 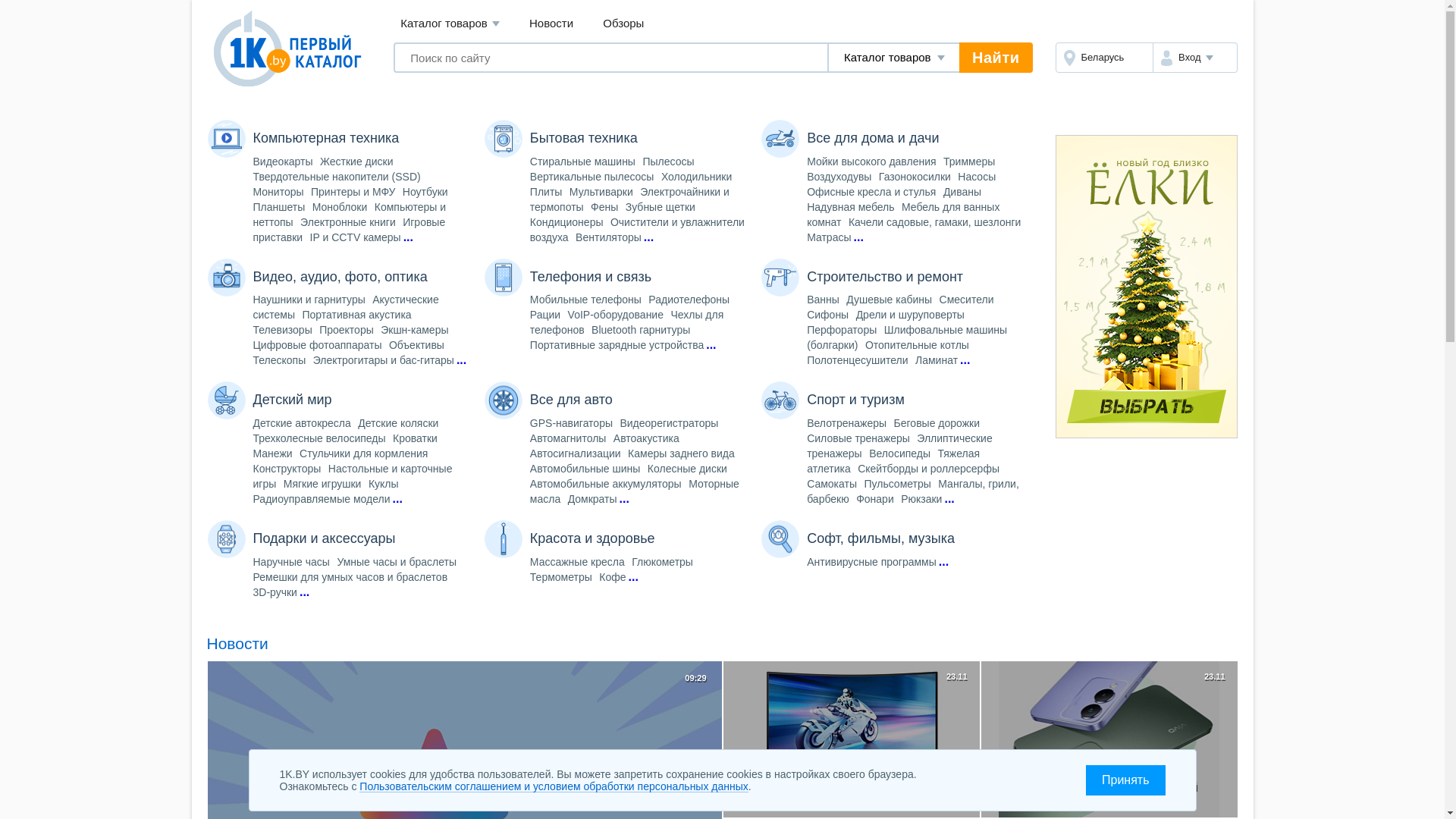 What do you see at coordinates (943, 561) in the screenshot?
I see `'...'` at bounding box center [943, 561].